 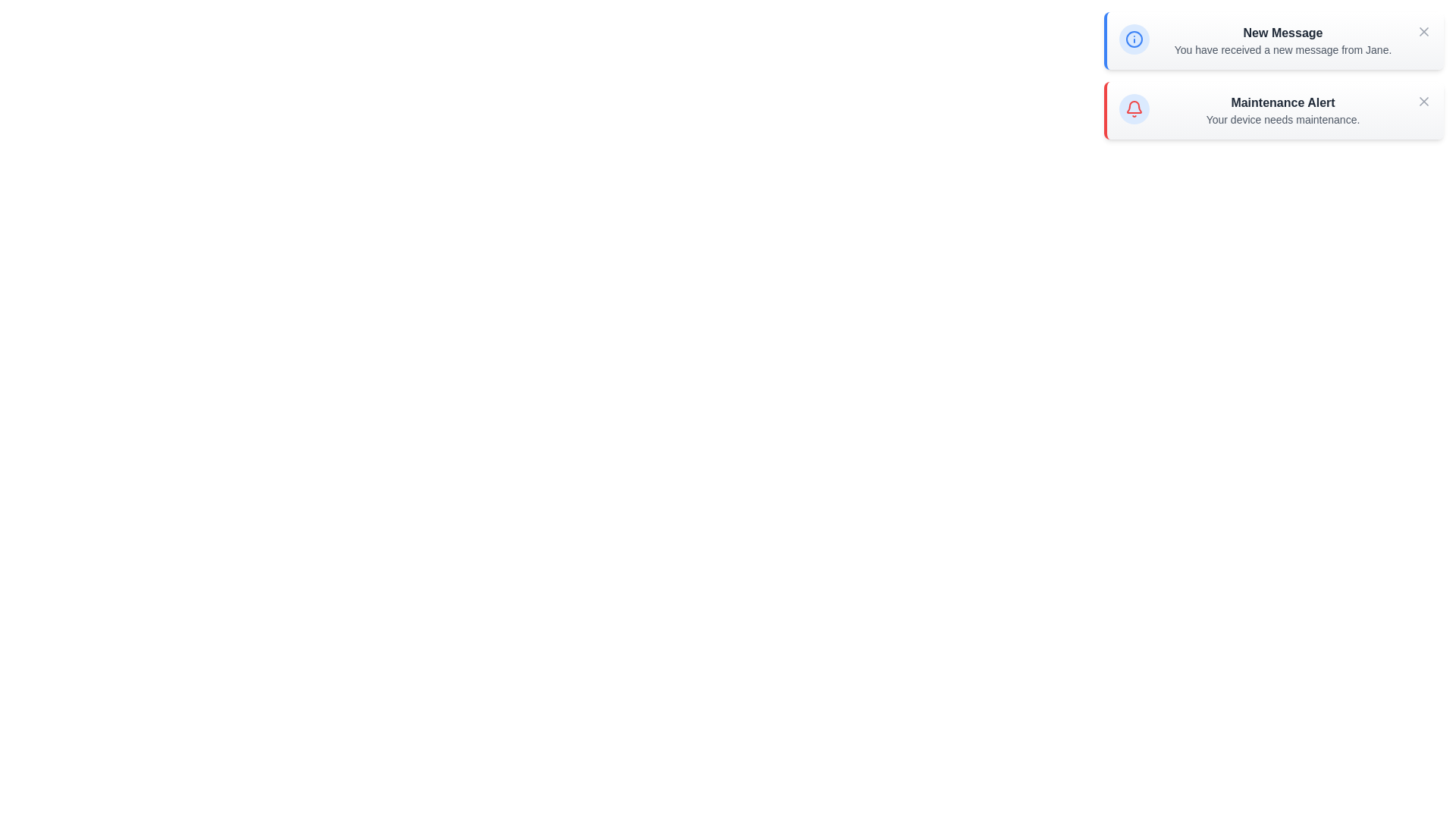 I want to click on the notification to read its contents, so click(x=1274, y=40).